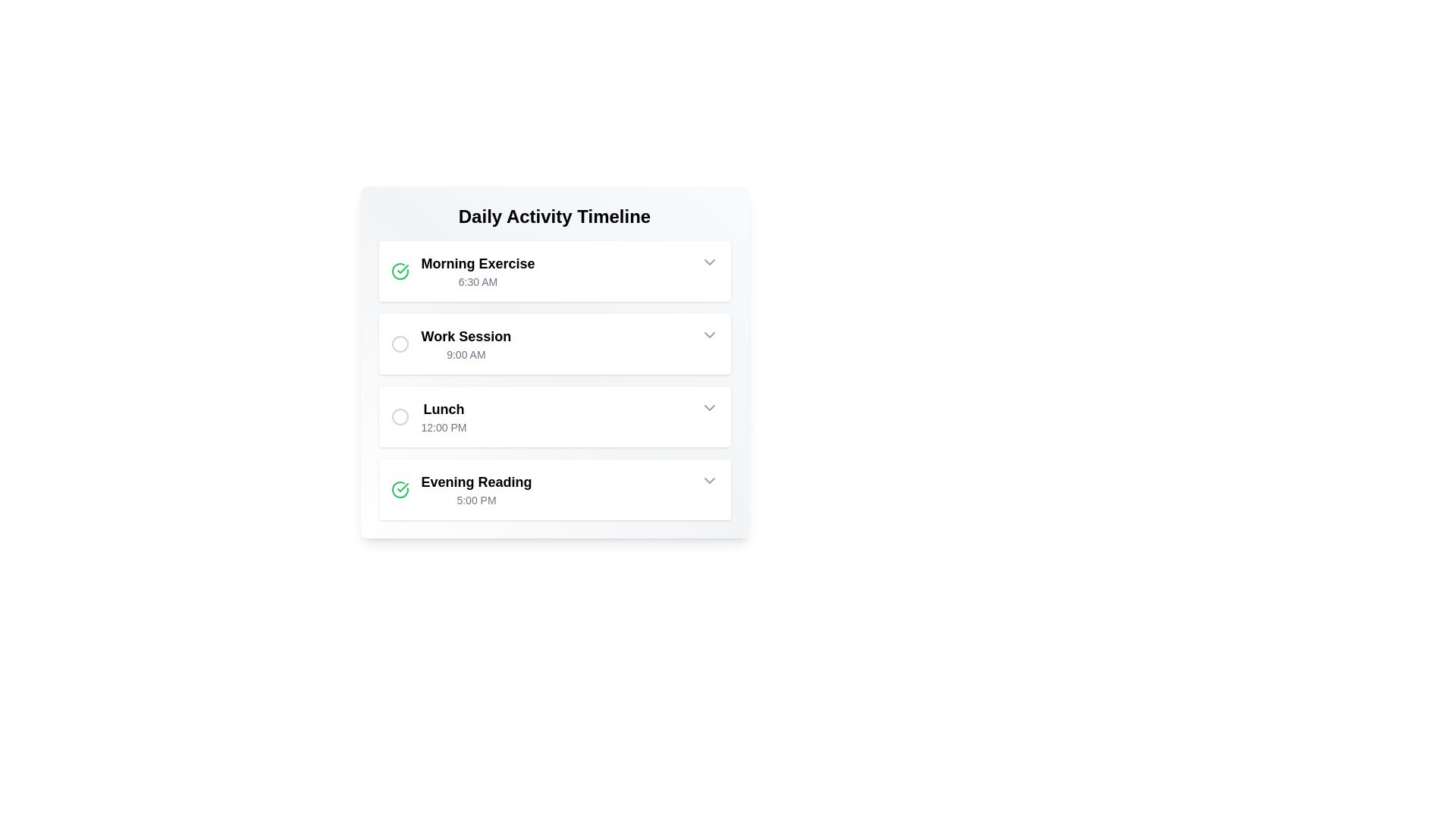 The image size is (1456, 819). I want to click on the text label that serves as the title or header for the fourth item in the Daily Activity Timeline section, so click(475, 482).